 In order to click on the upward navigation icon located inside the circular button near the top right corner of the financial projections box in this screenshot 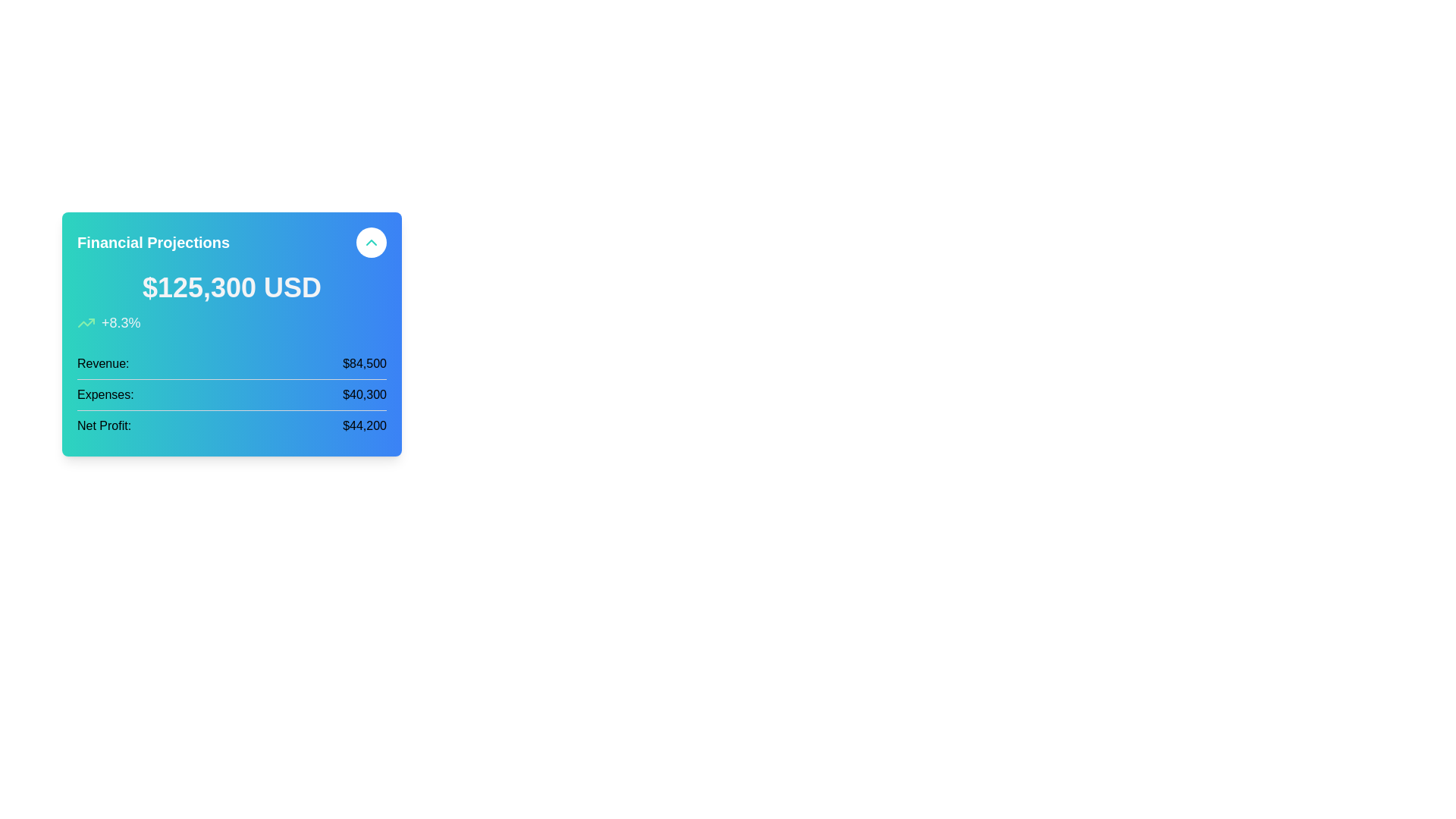, I will do `click(371, 242)`.